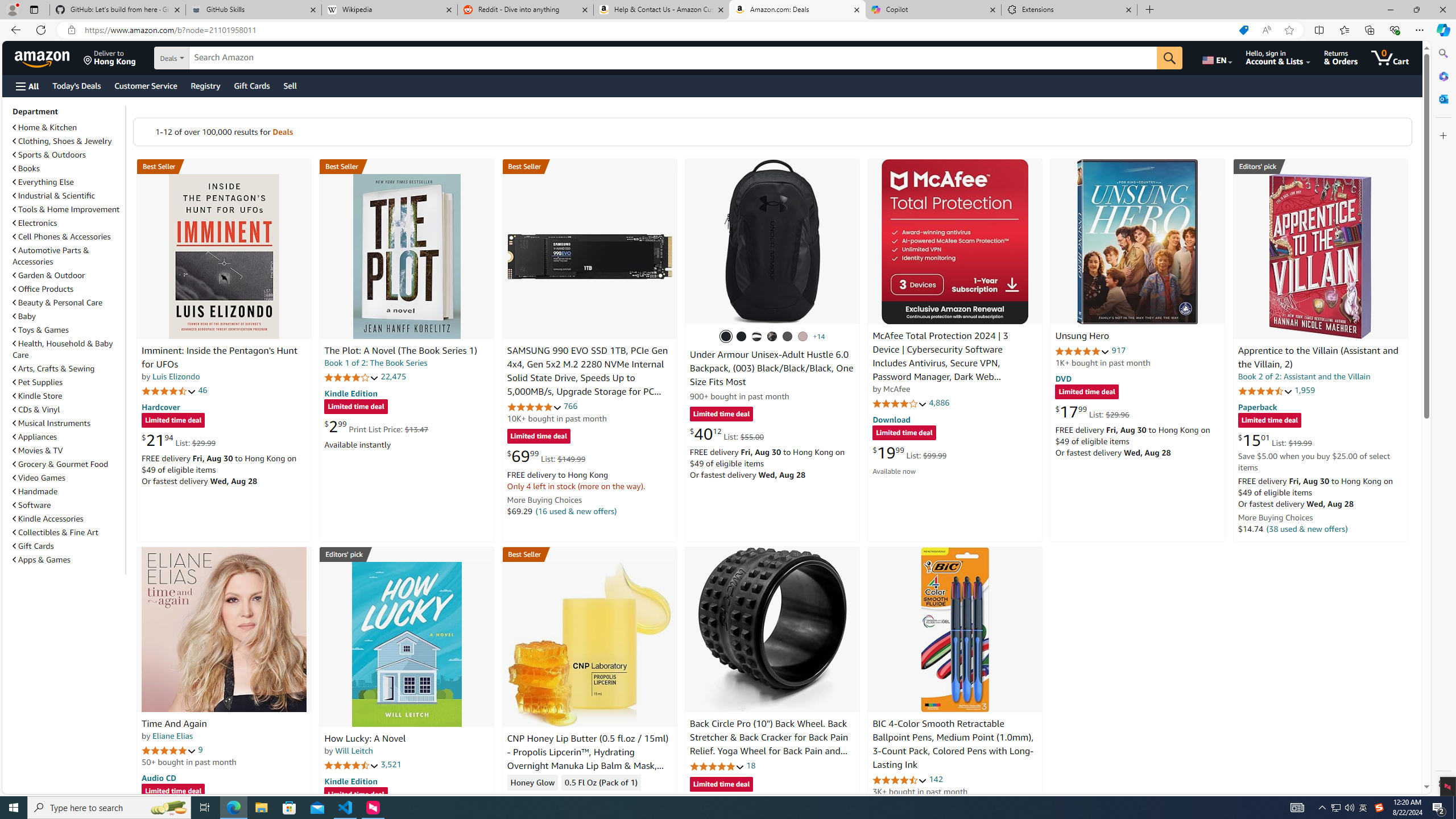 This screenshot has height=819, width=1456. What do you see at coordinates (1442, 29) in the screenshot?
I see `'Copilot (Ctrl+Shift+.)'` at bounding box center [1442, 29].